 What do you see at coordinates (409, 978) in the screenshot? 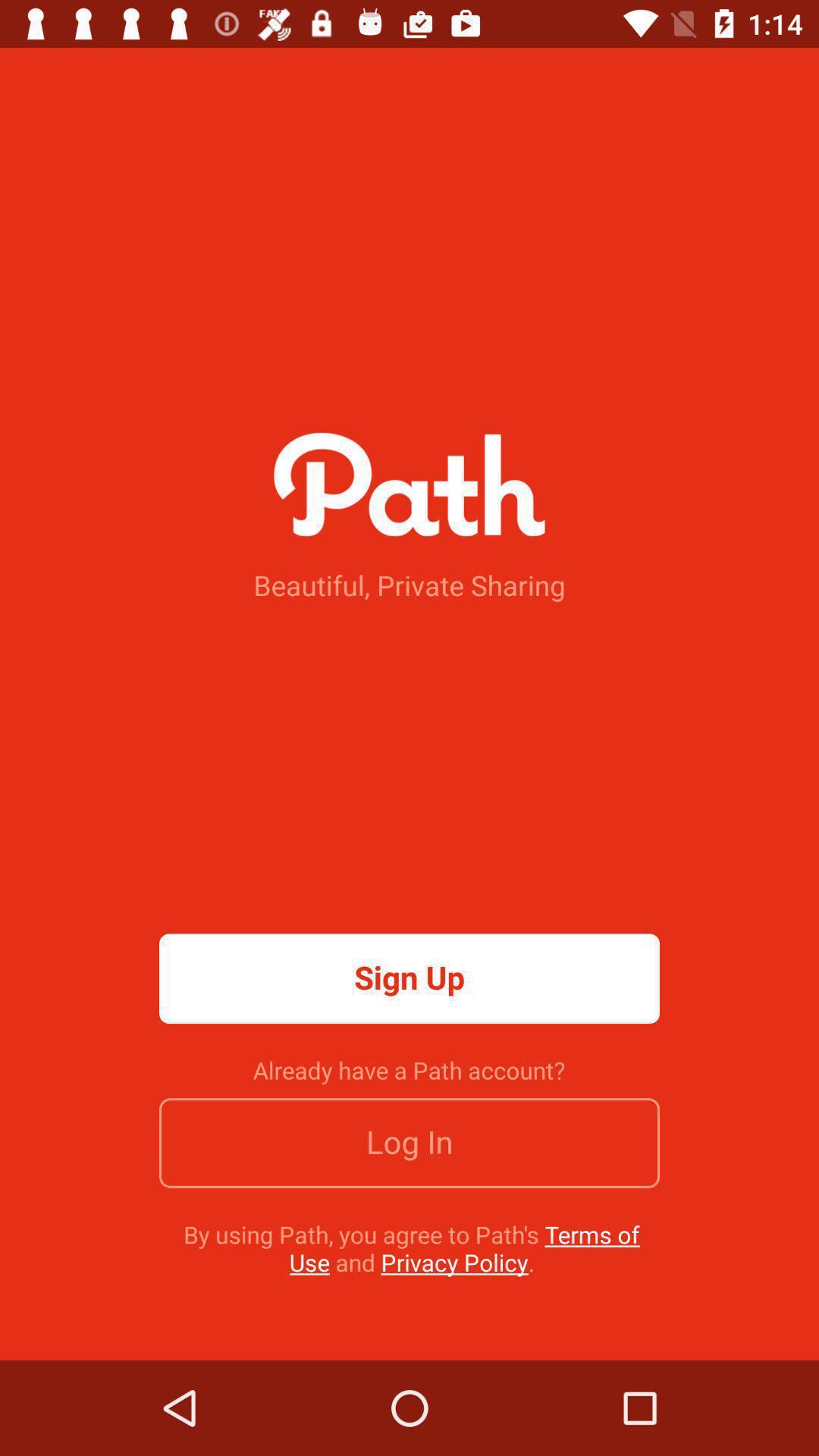
I see `the icon above the already have a` at bounding box center [409, 978].